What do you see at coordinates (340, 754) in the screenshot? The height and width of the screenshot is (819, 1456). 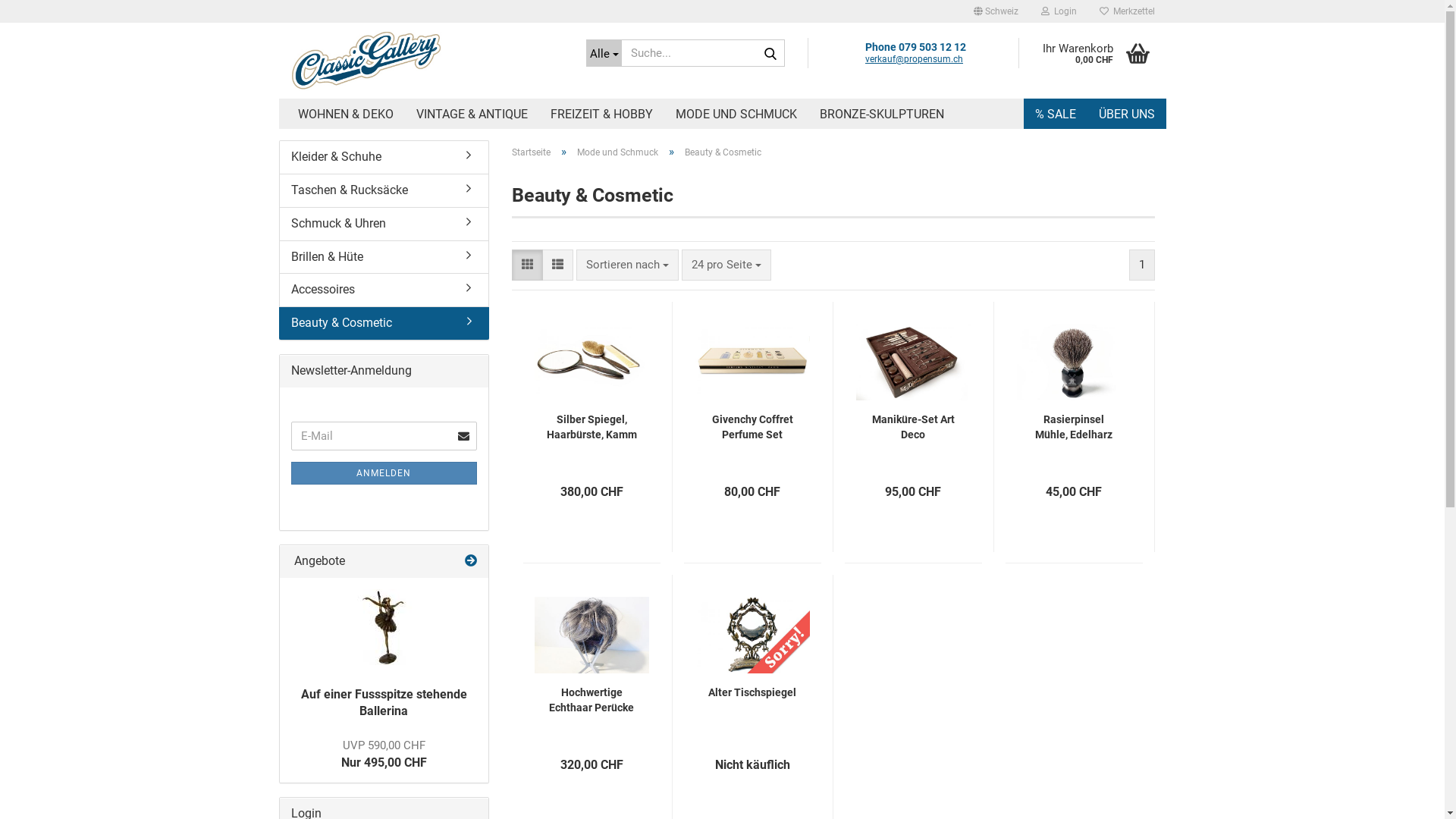 I see `'UVP 590,00 CHF` at bounding box center [340, 754].